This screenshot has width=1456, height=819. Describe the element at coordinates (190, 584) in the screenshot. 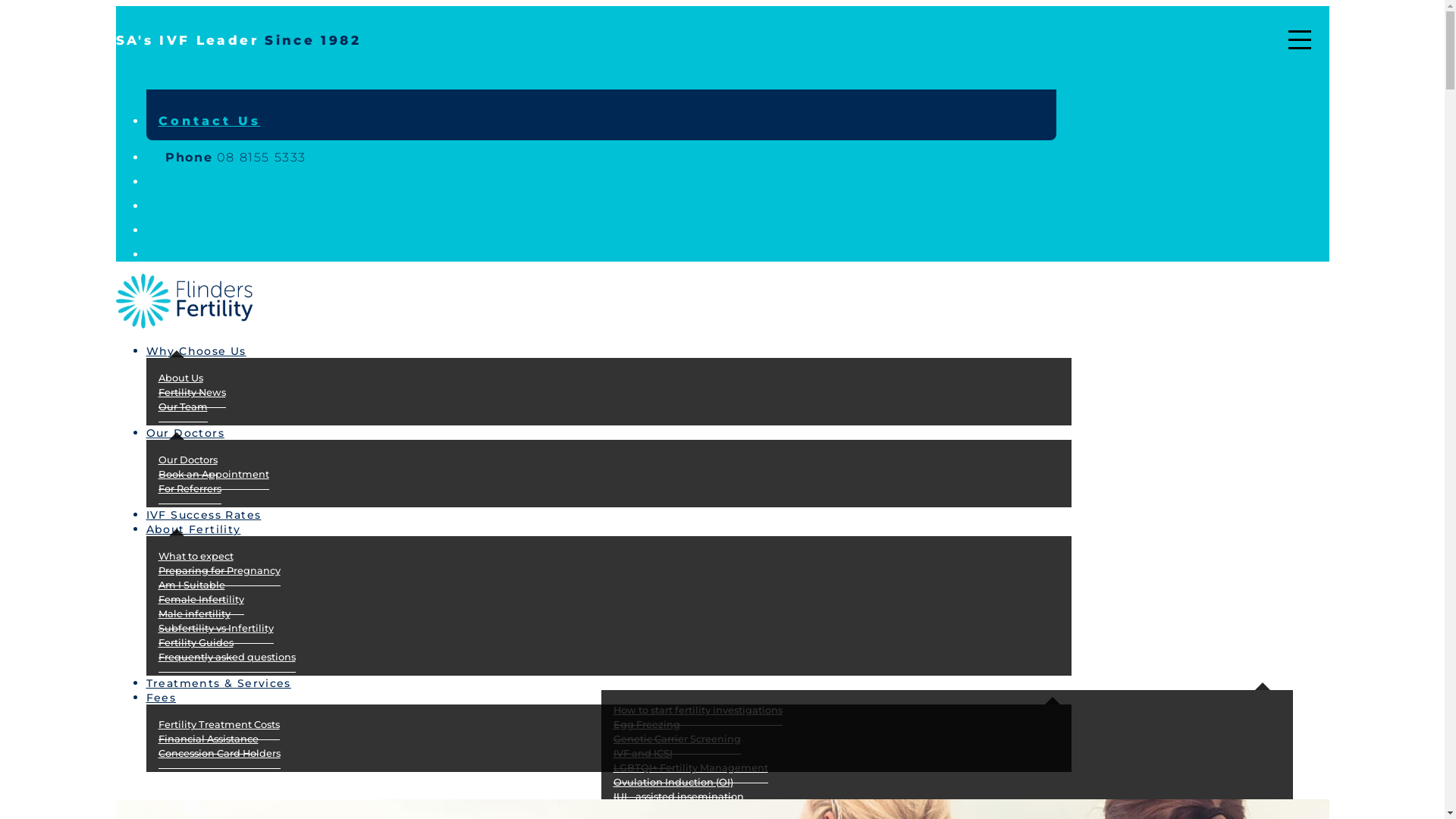

I see `'Am I Suitable'` at that location.